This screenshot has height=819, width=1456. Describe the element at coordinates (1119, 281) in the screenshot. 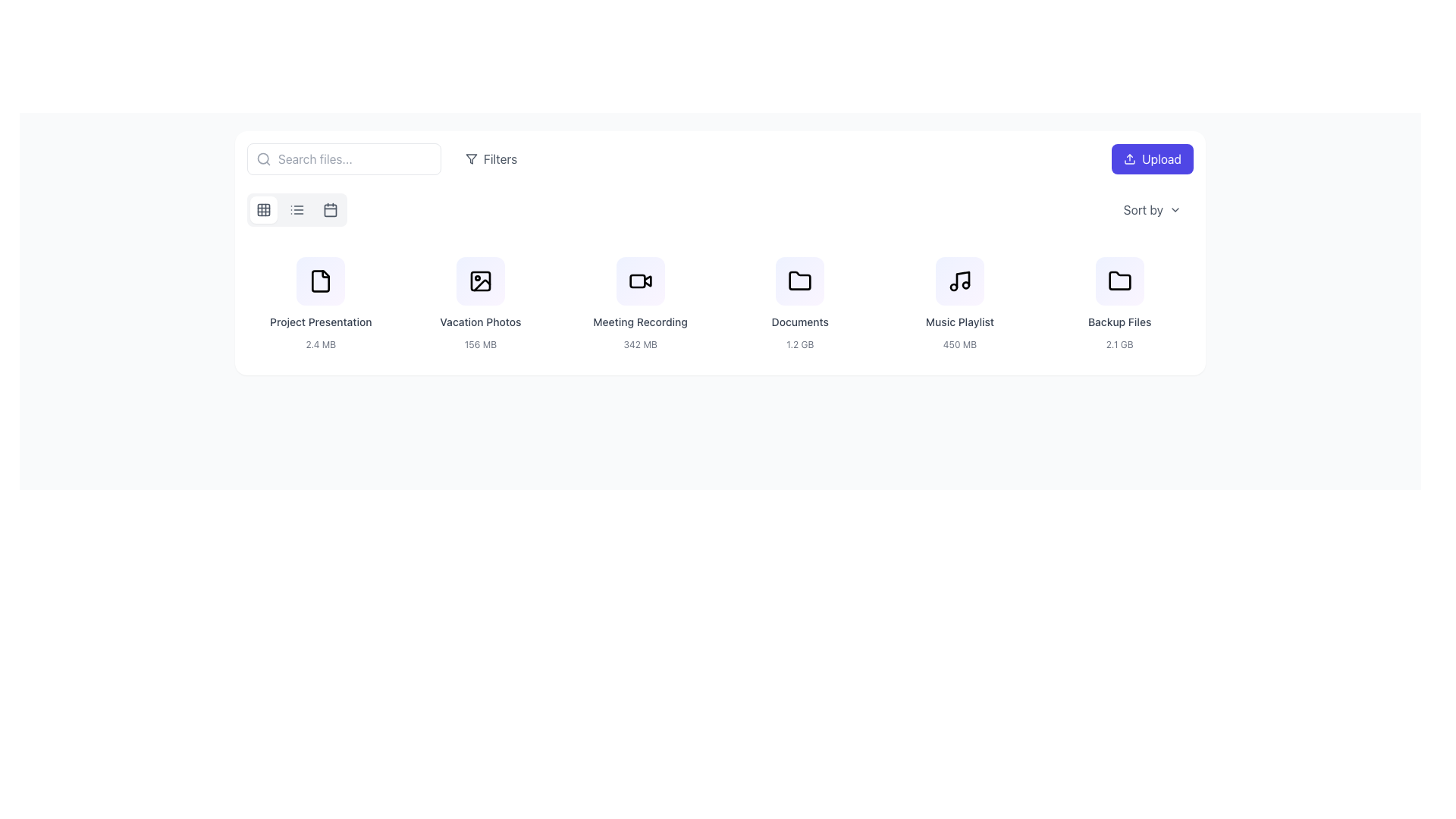

I see `the folder icon located at the bottom right of the grid section, directly beneath the 'Backup Files' text` at that location.